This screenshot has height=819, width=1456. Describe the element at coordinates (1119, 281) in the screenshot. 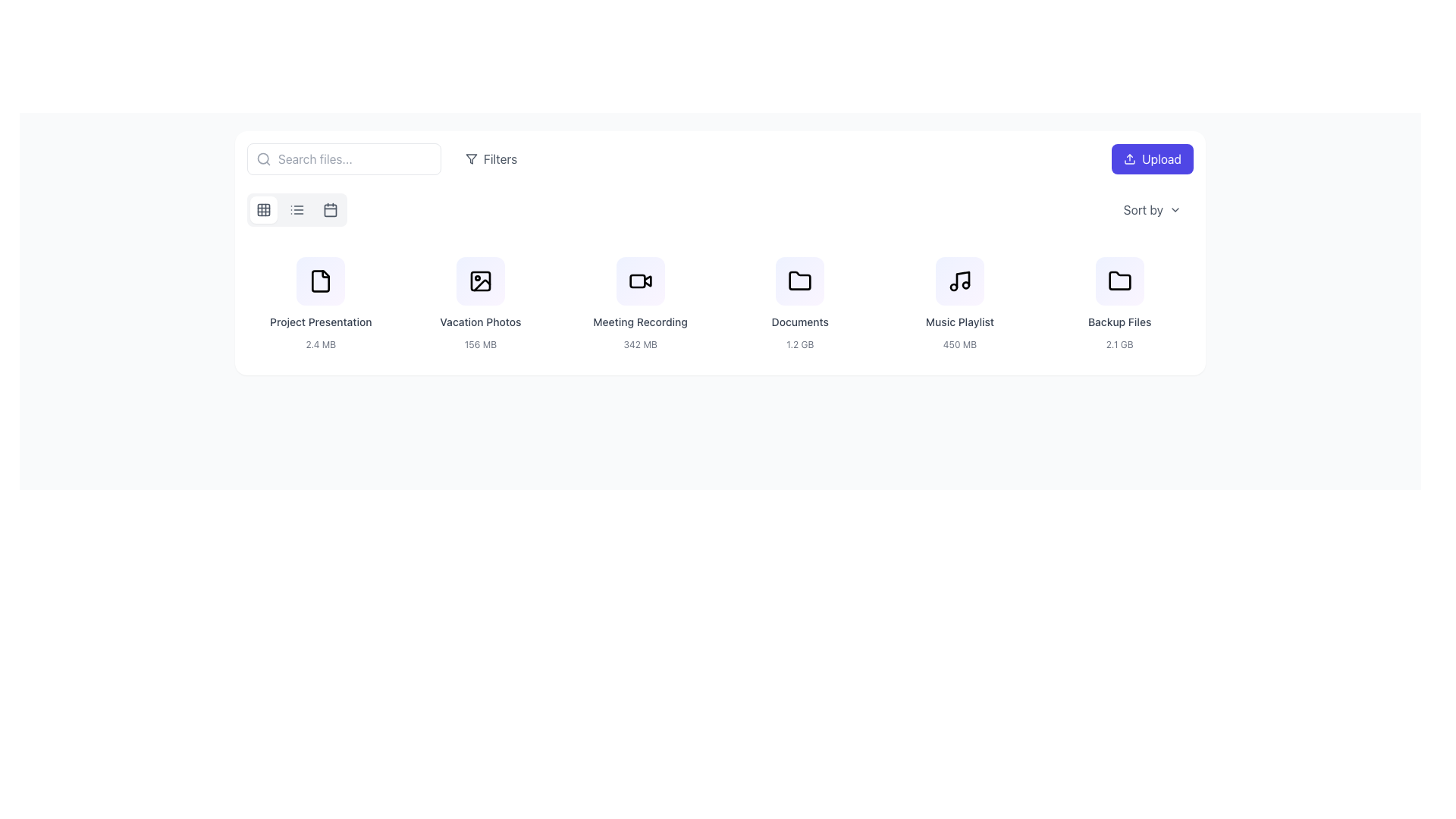

I see `the folder icon located at the bottom right of the grid section, directly beneath the 'Backup Files' text` at that location.